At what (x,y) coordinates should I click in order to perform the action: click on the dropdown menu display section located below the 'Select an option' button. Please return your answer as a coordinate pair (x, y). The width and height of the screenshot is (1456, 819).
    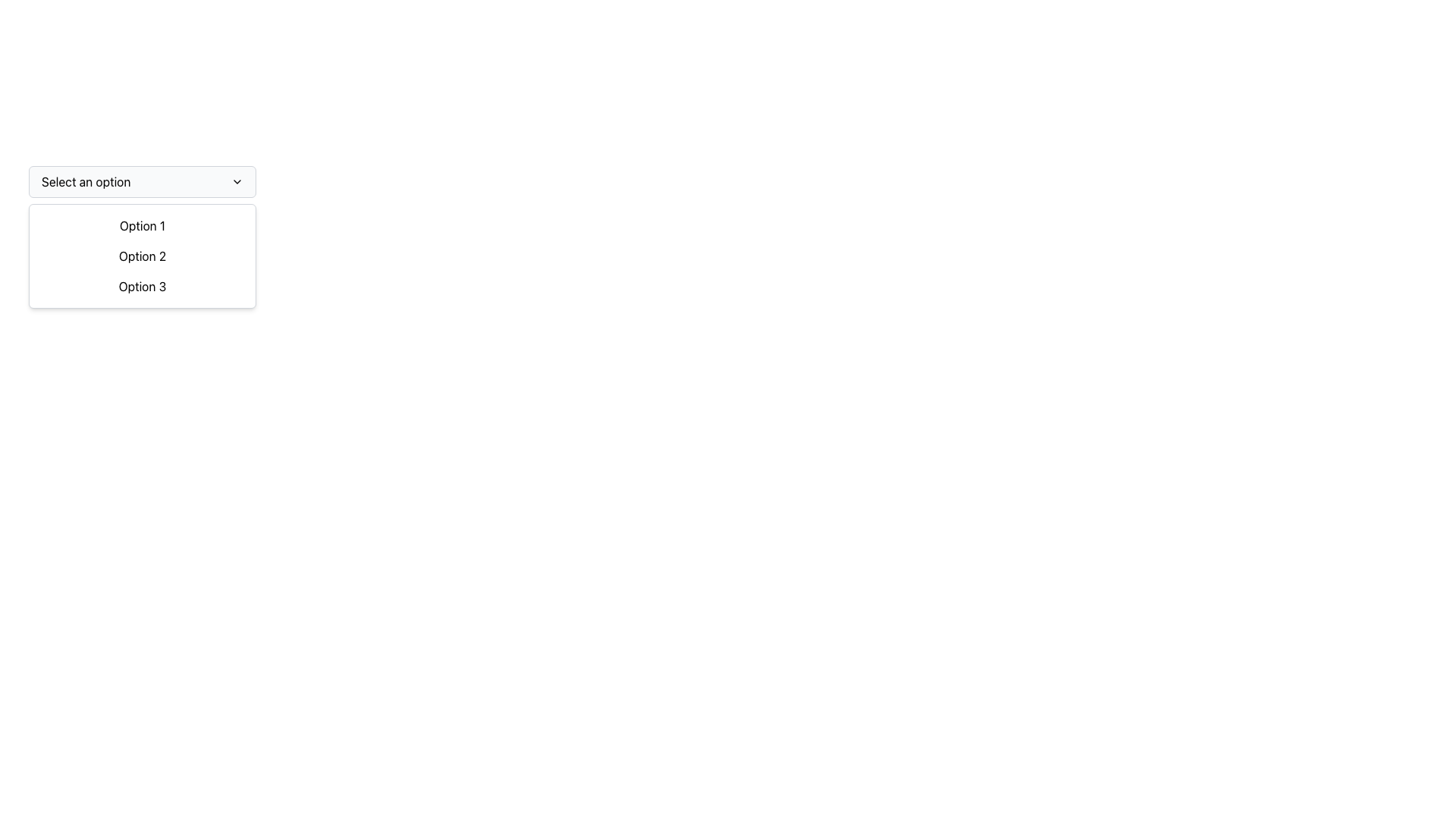
    Looking at the image, I should click on (142, 256).